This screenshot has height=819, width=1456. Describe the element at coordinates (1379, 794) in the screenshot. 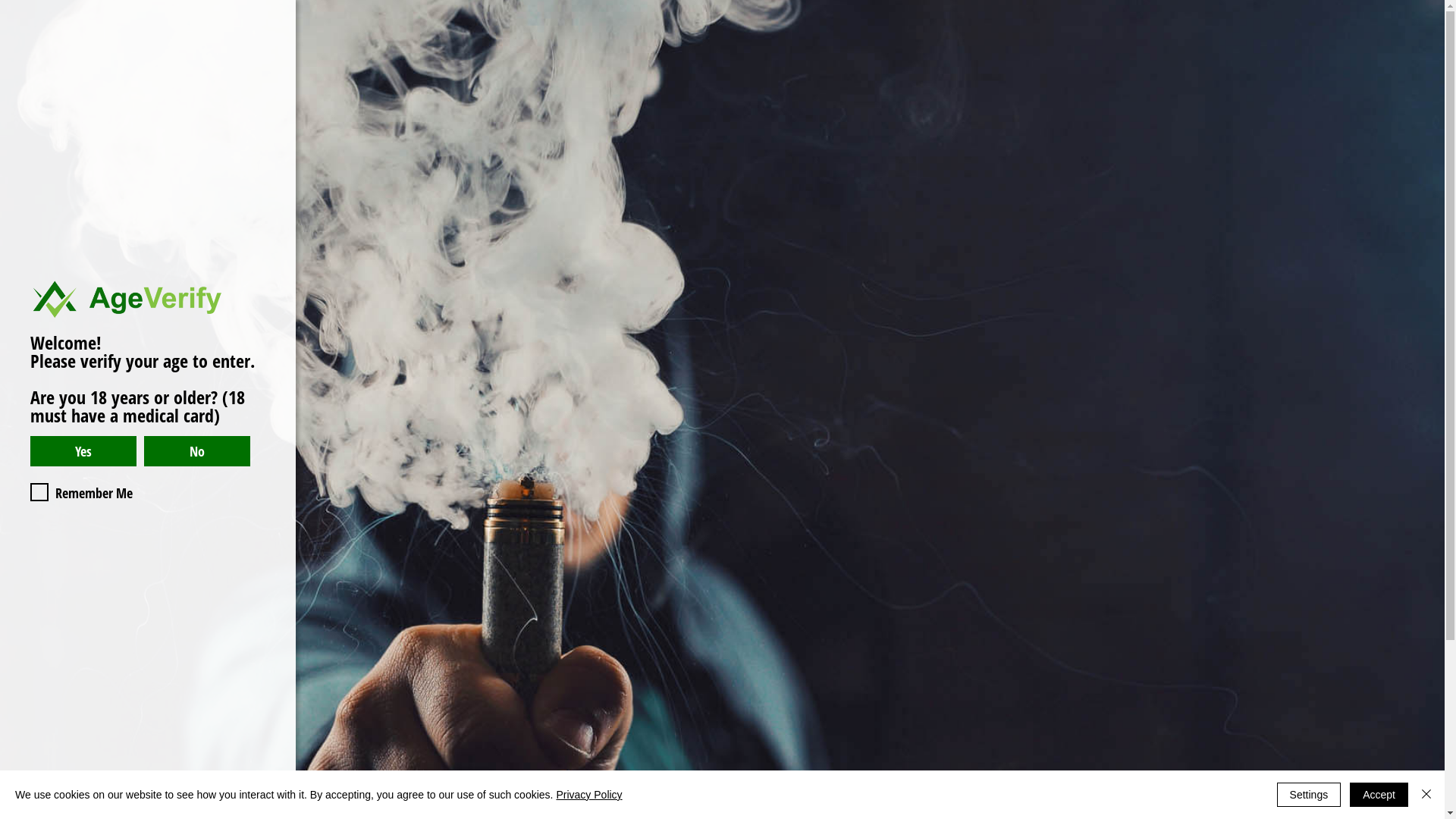

I see `'Accept'` at that location.